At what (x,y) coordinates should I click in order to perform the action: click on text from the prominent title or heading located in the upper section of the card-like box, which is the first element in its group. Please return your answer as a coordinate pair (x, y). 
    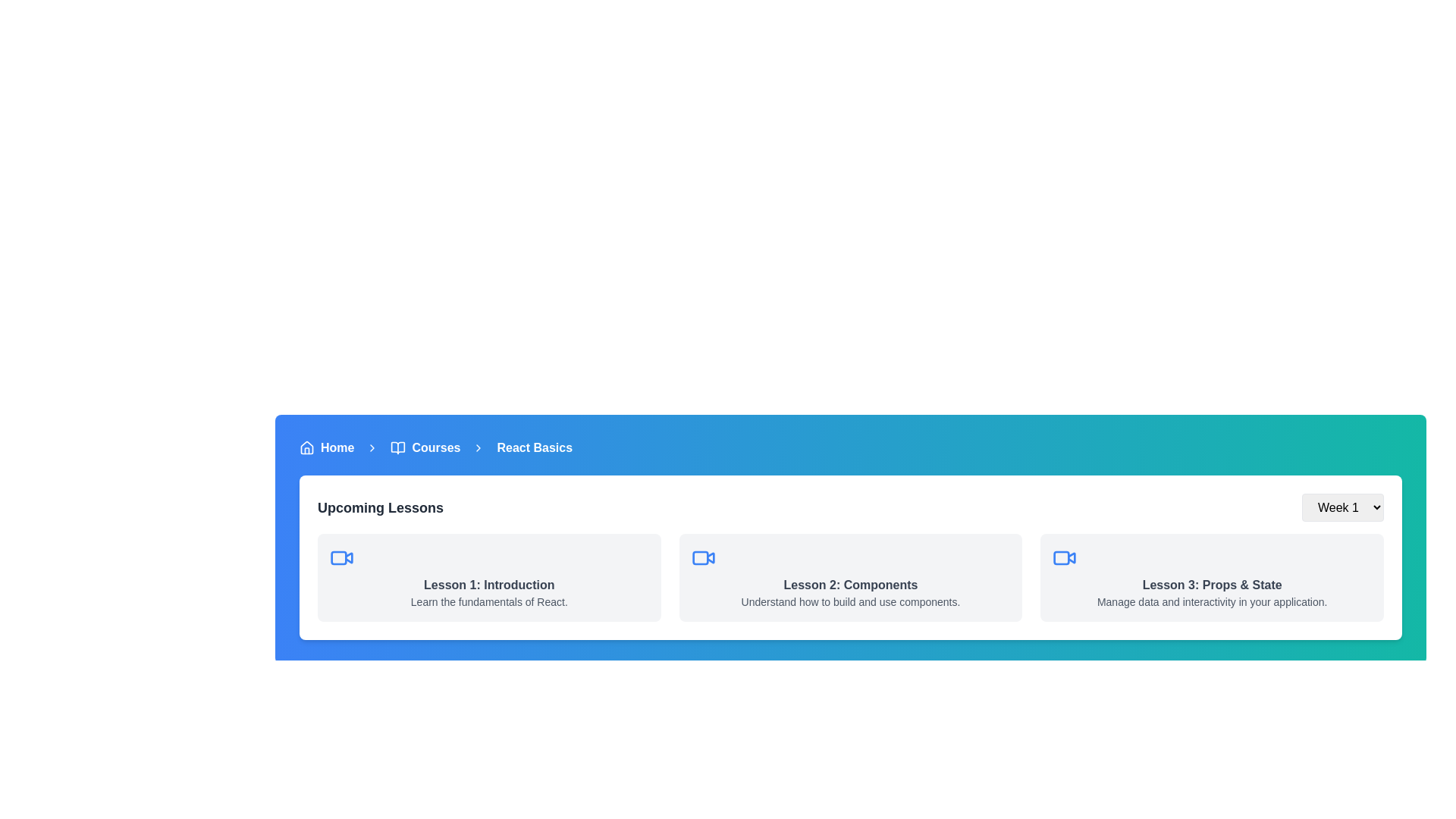
    Looking at the image, I should click on (381, 507).